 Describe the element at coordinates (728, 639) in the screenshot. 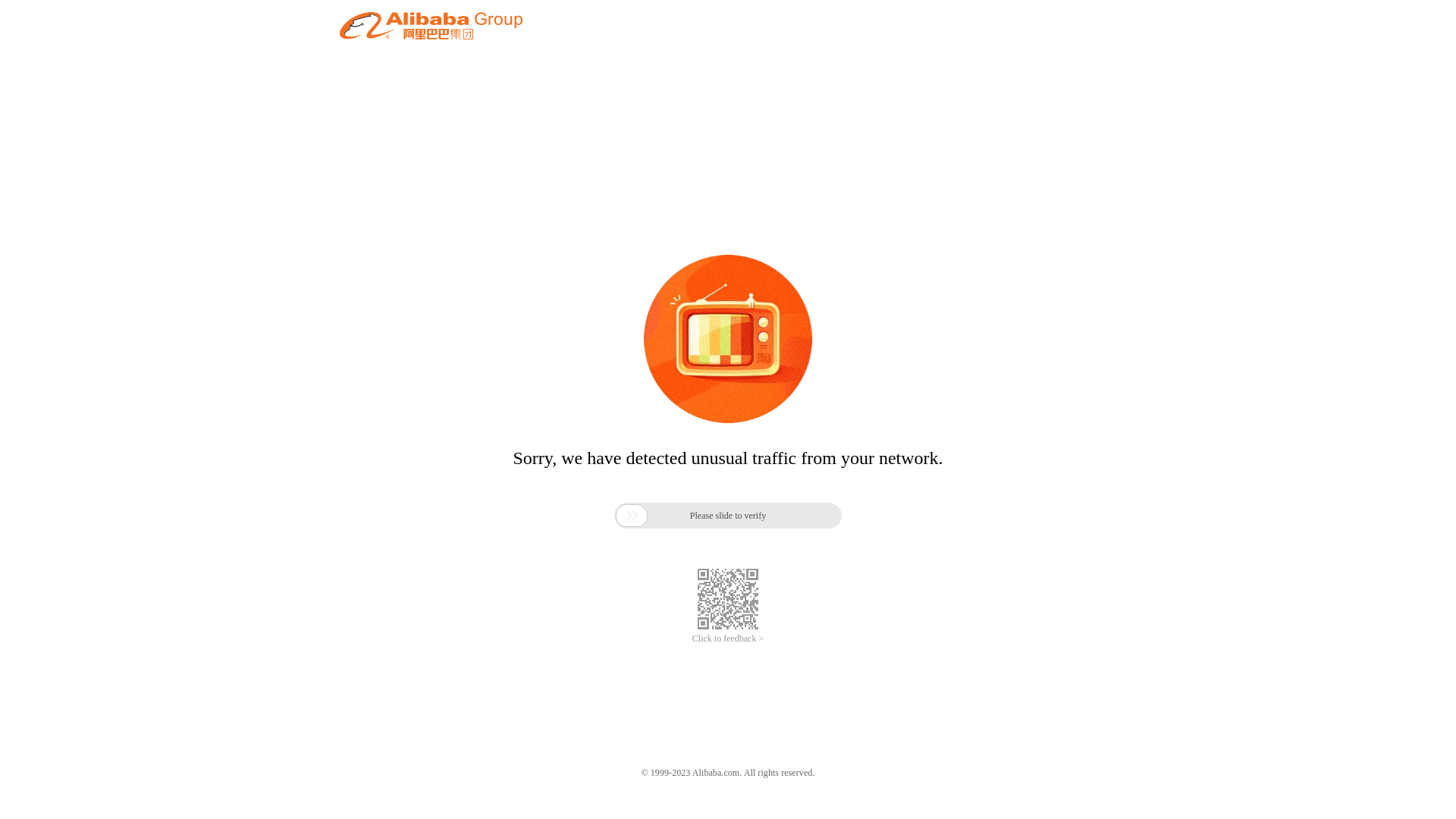

I see `'Click to feedback >'` at that location.